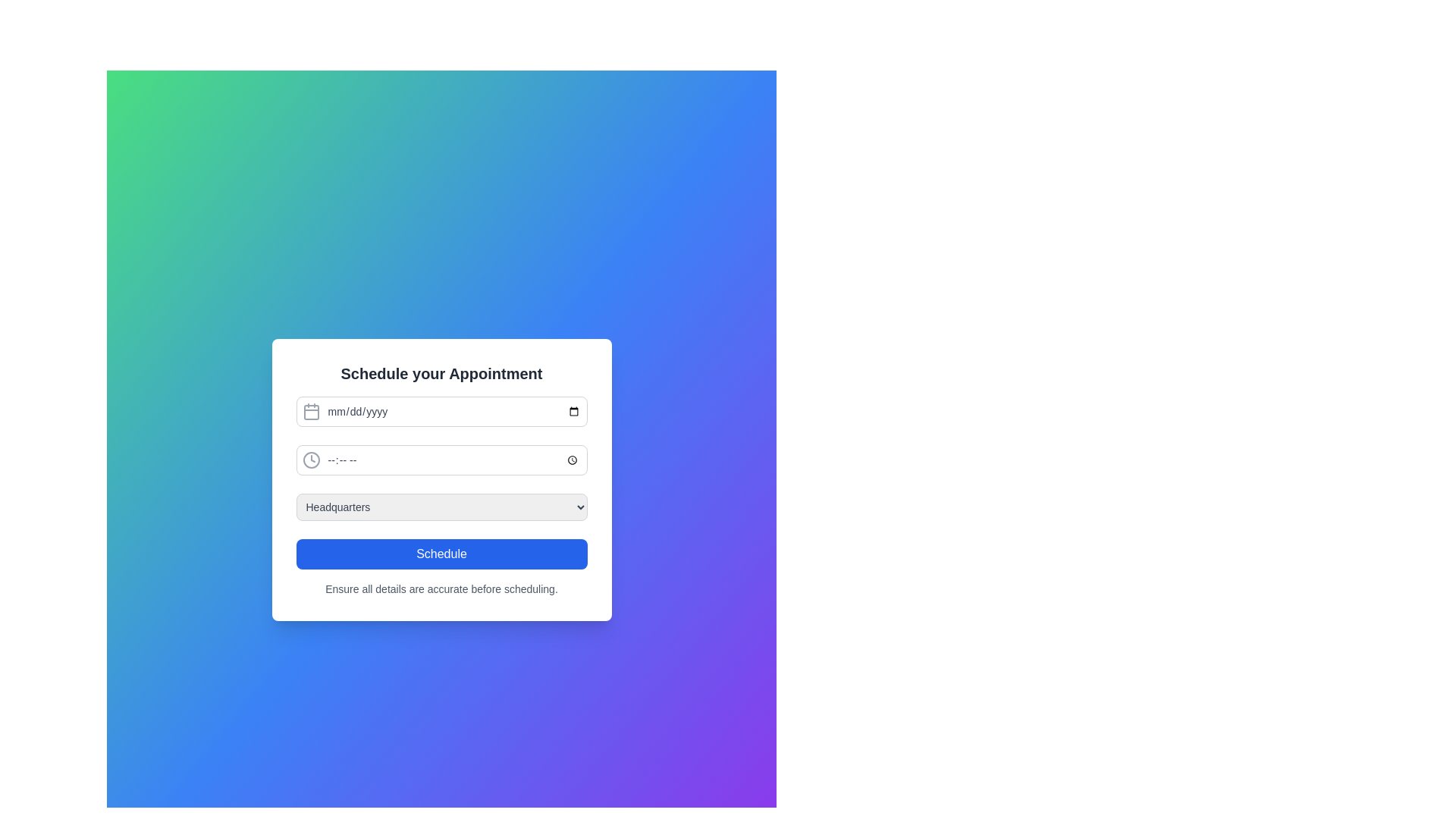 The width and height of the screenshot is (1456, 819). What do you see at coordinates (310, 459) in the screenshot?
I see `the time input icon located at the top left of the time input field to focus on the associated time input field` at bounding box center [310, 459].